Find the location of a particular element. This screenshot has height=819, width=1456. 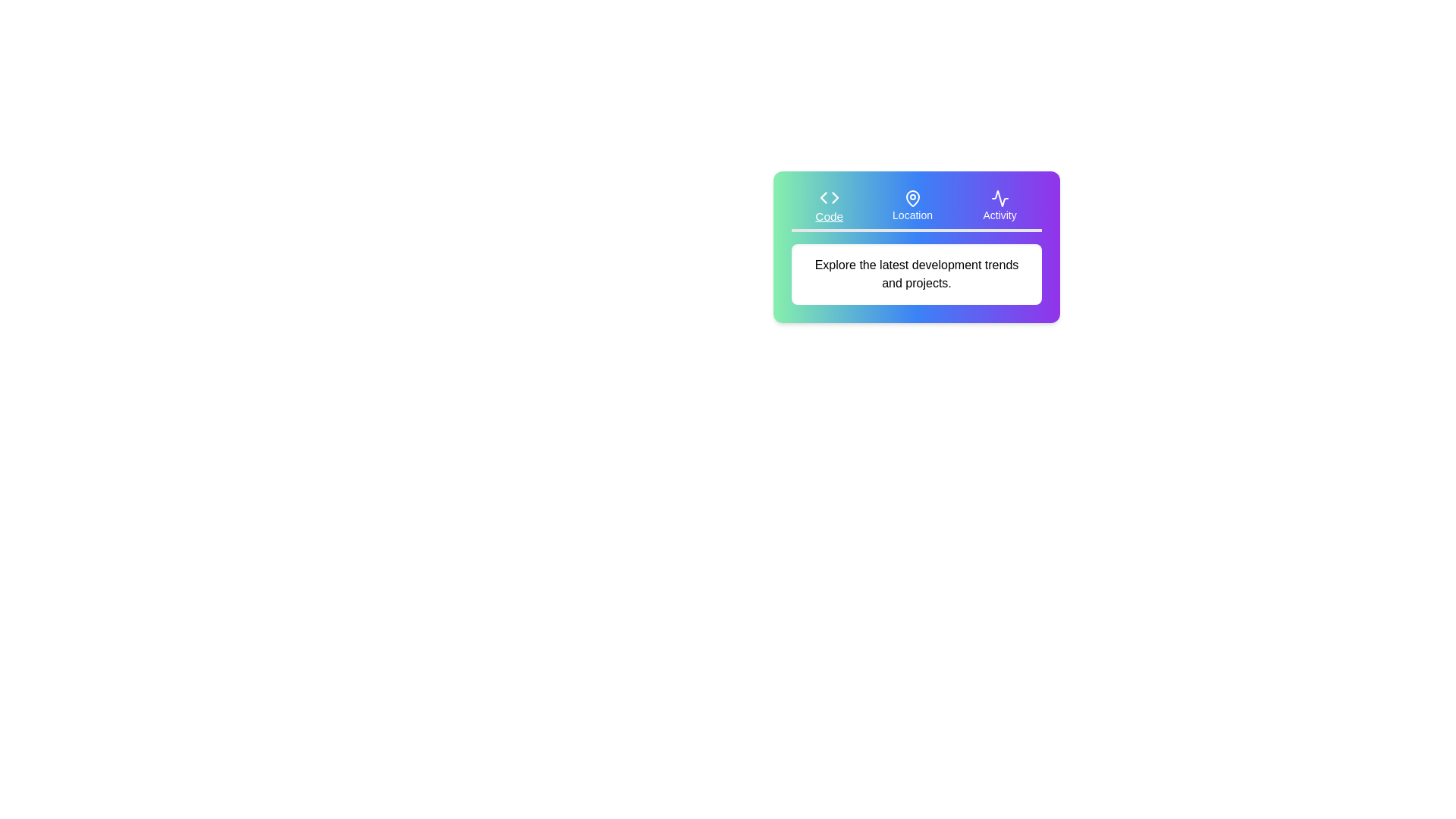

the Location tab by clicking on its icon or label is located at coordinates (912, 206).